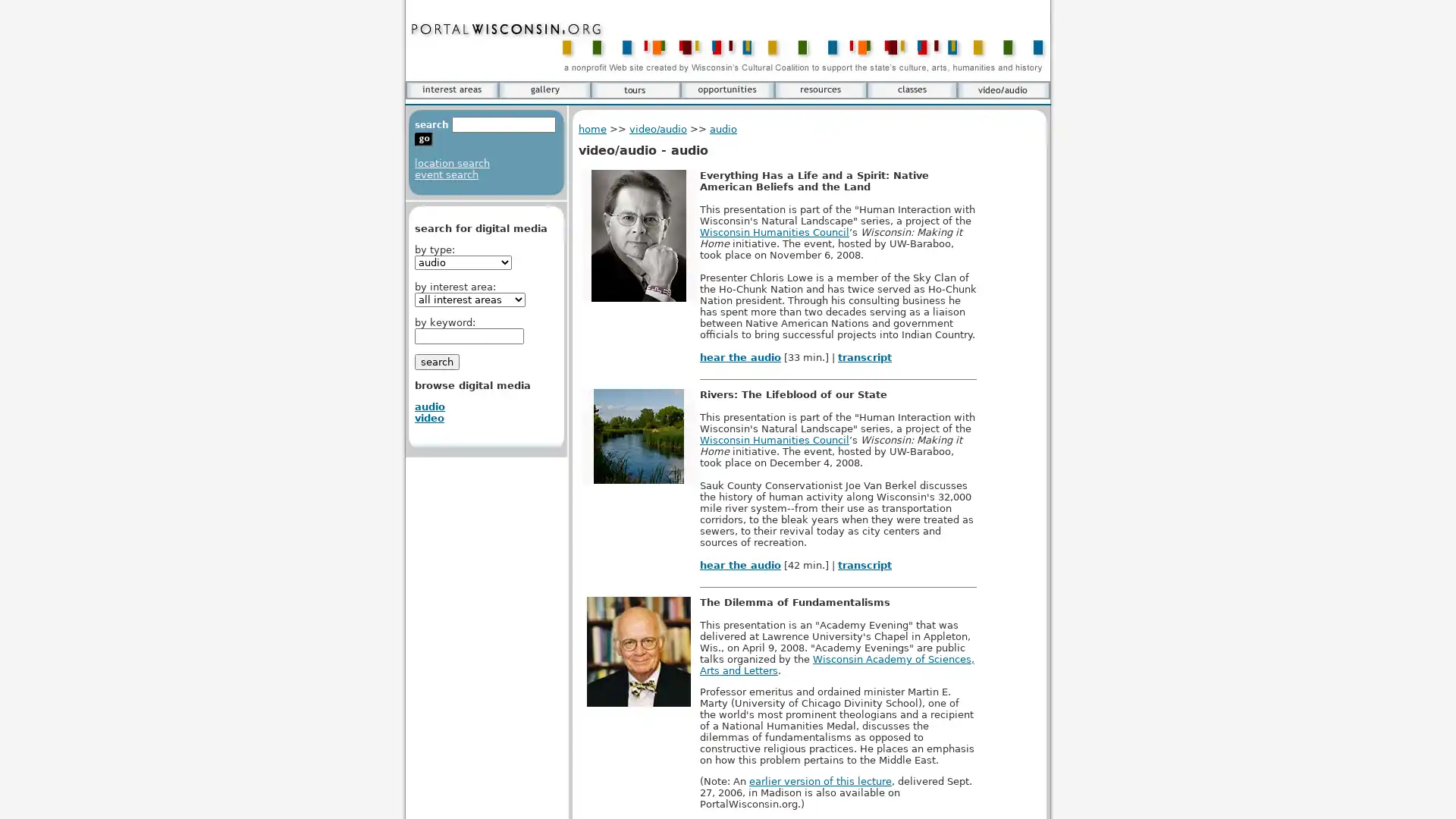 Image resolution: width=1456 pixels, height=819 pixels. Describe the element at coordinates (436, 362) in the screenshot. I see `search` at that location.